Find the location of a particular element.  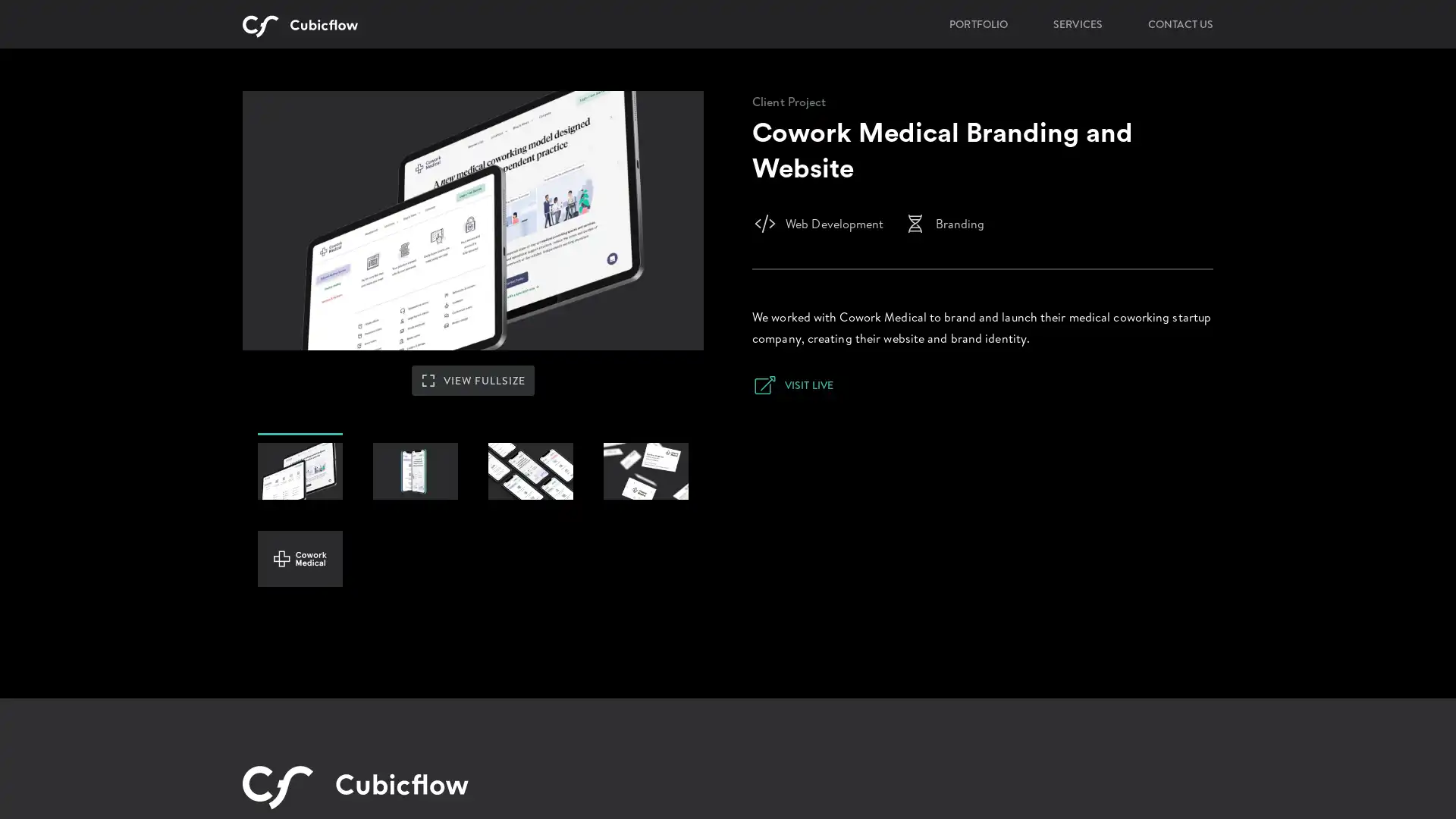

# is located at coordinates (300, 610).